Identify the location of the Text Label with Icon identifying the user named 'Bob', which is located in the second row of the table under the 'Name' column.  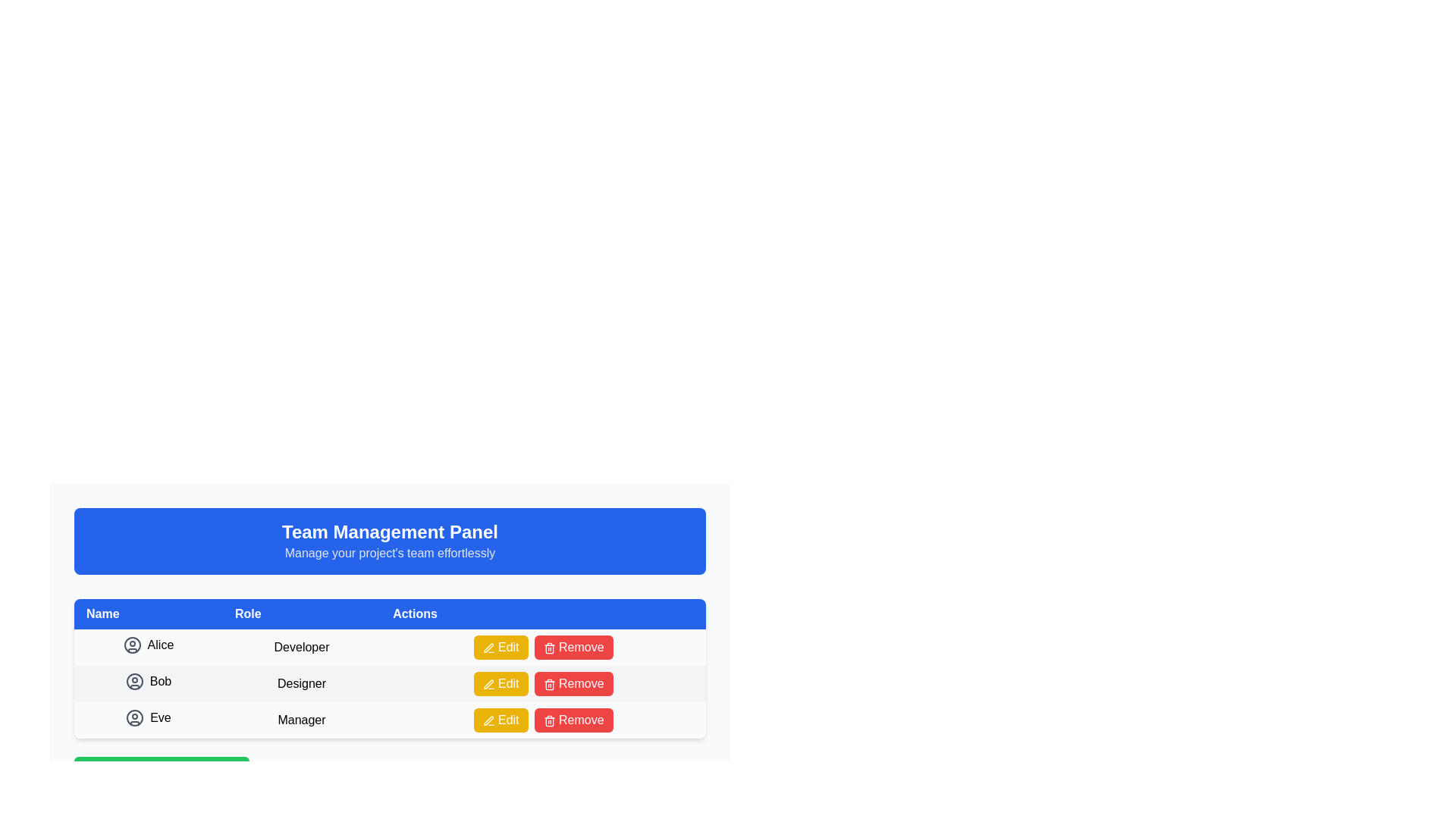
(149, 684).